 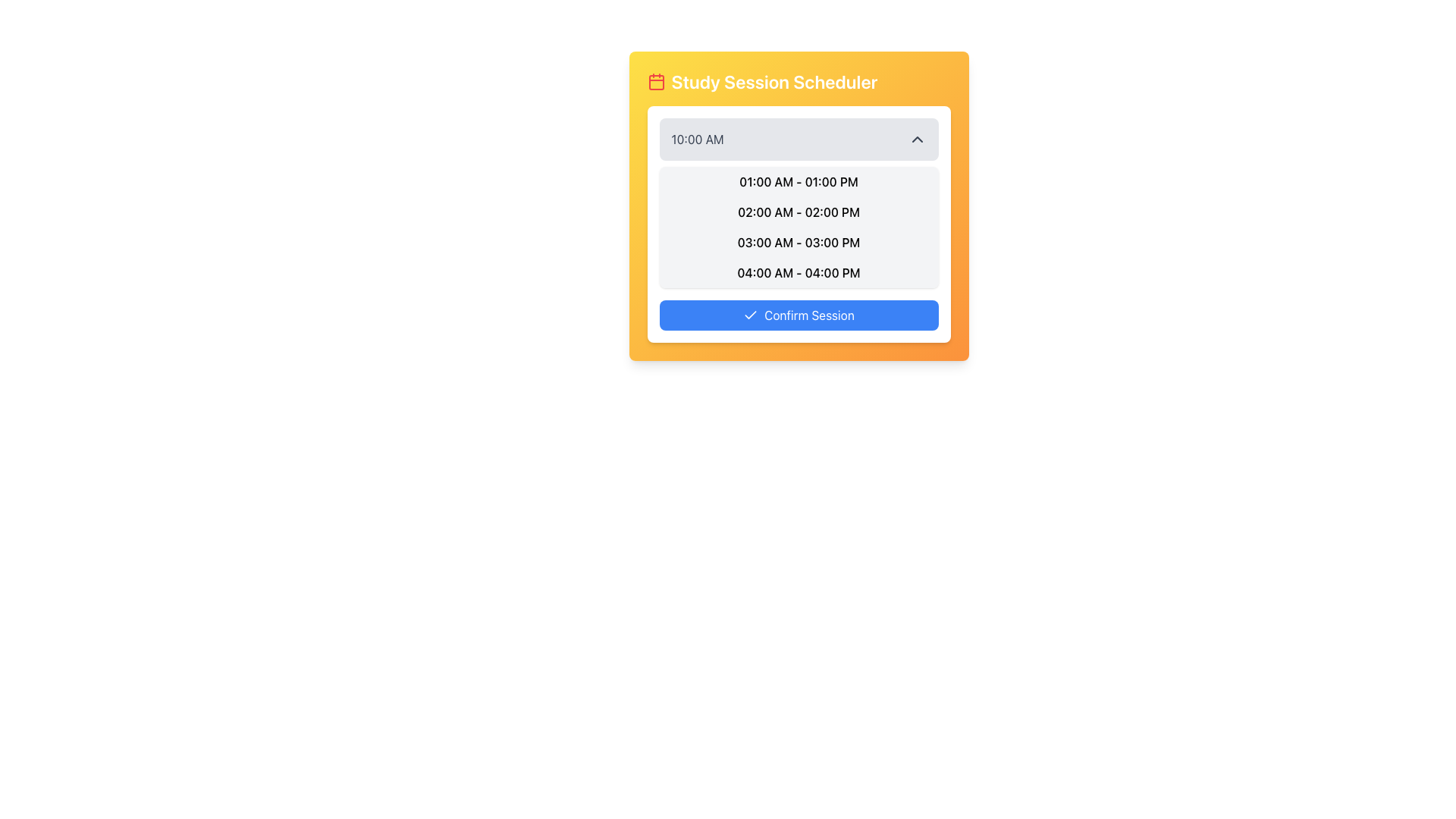 What do you see at coordinates (798, 180) in the screenshot?
I see `text label displaying the timing '01:00 AM - 01:00 PM', which is the first item in a vertical list within a drop-down menu beneath the '10:00 AM' time selector` at bounding box center [798, 180].